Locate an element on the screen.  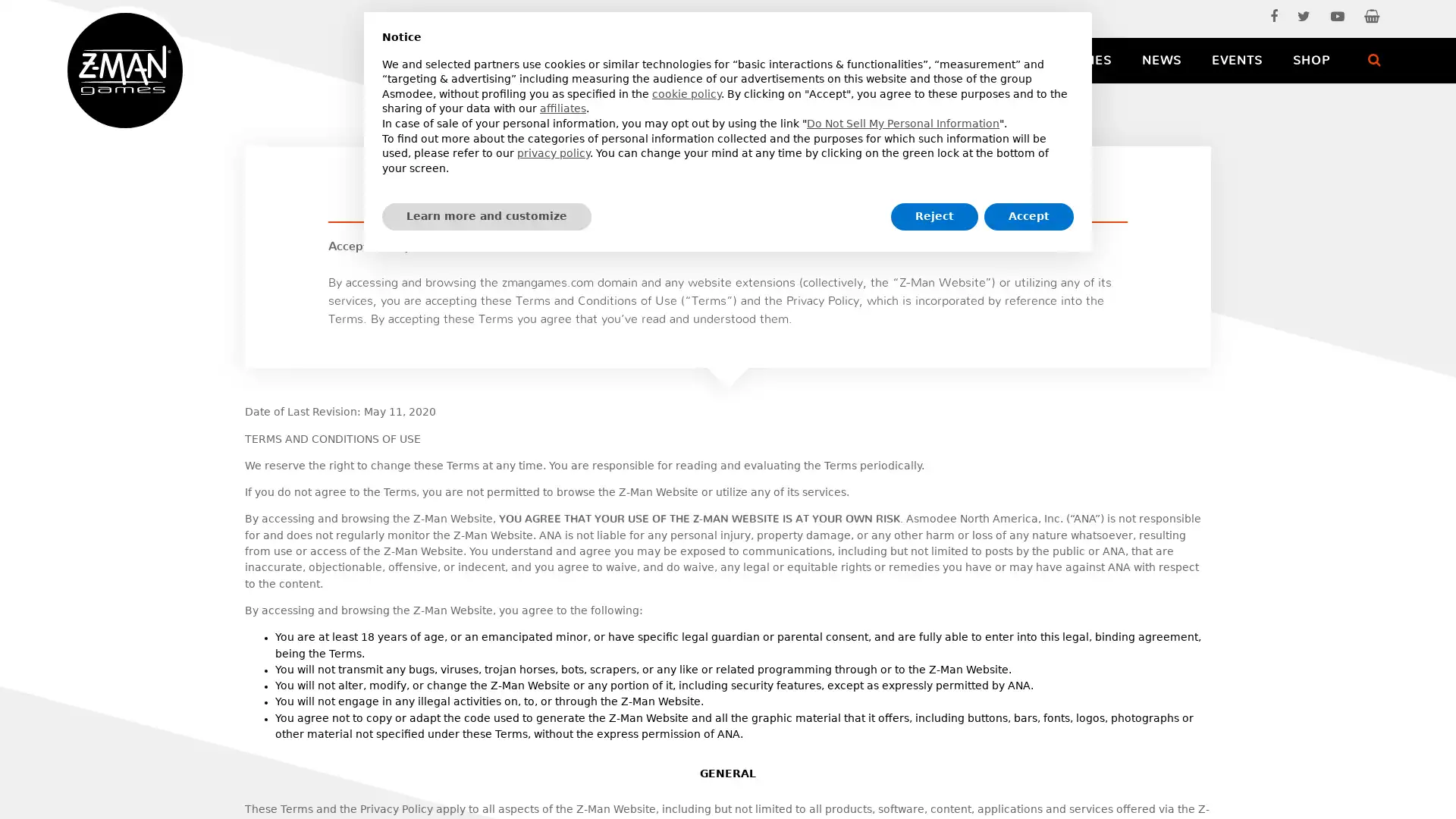
Reject is located at coordinates (934, 216).